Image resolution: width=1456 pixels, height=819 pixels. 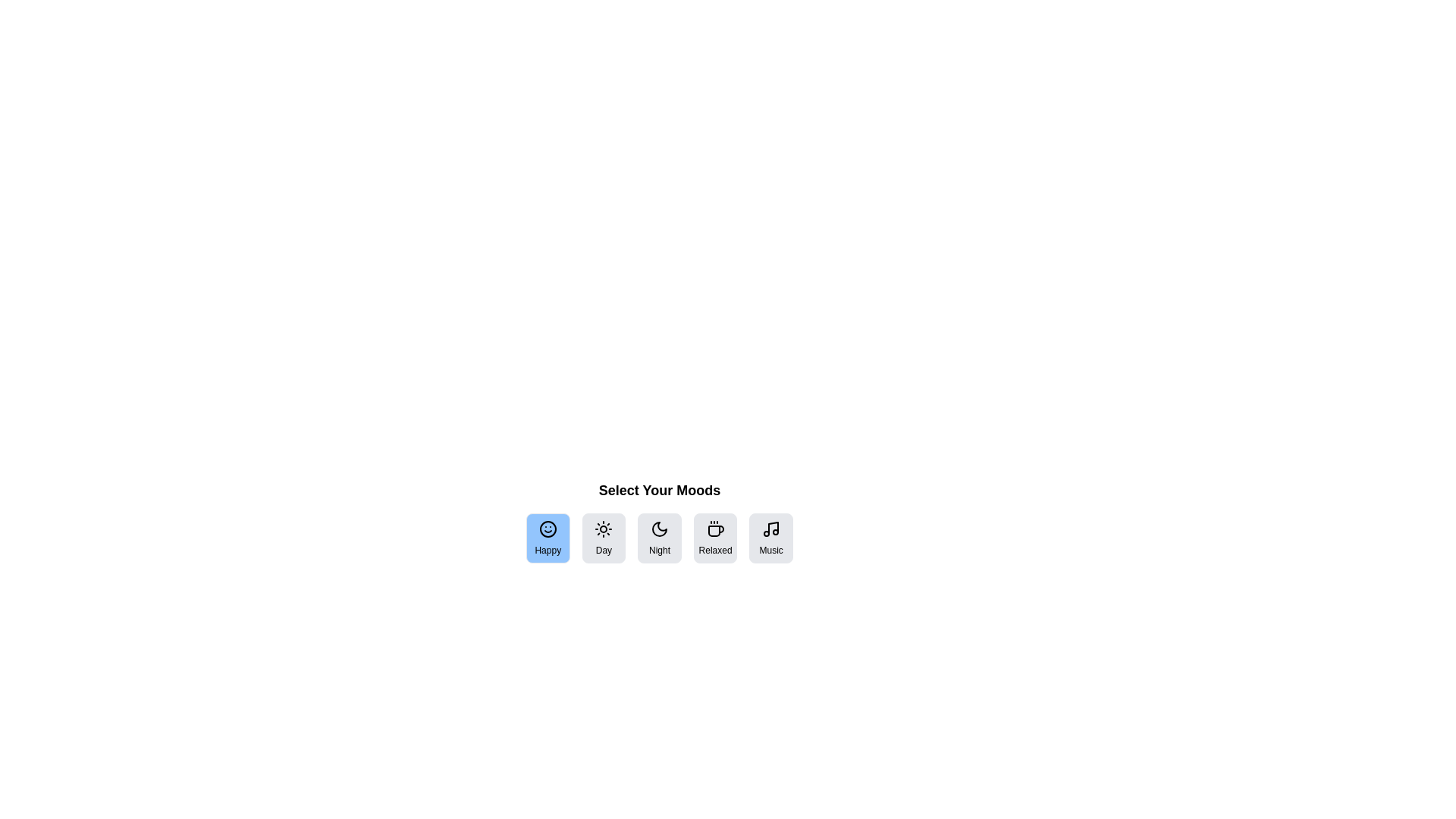 I want to click on the text label that represents the 'Happy' mood option, which is centrally located below the smiley face icon in the rounded rectangular area, so click(x=547, y=550).